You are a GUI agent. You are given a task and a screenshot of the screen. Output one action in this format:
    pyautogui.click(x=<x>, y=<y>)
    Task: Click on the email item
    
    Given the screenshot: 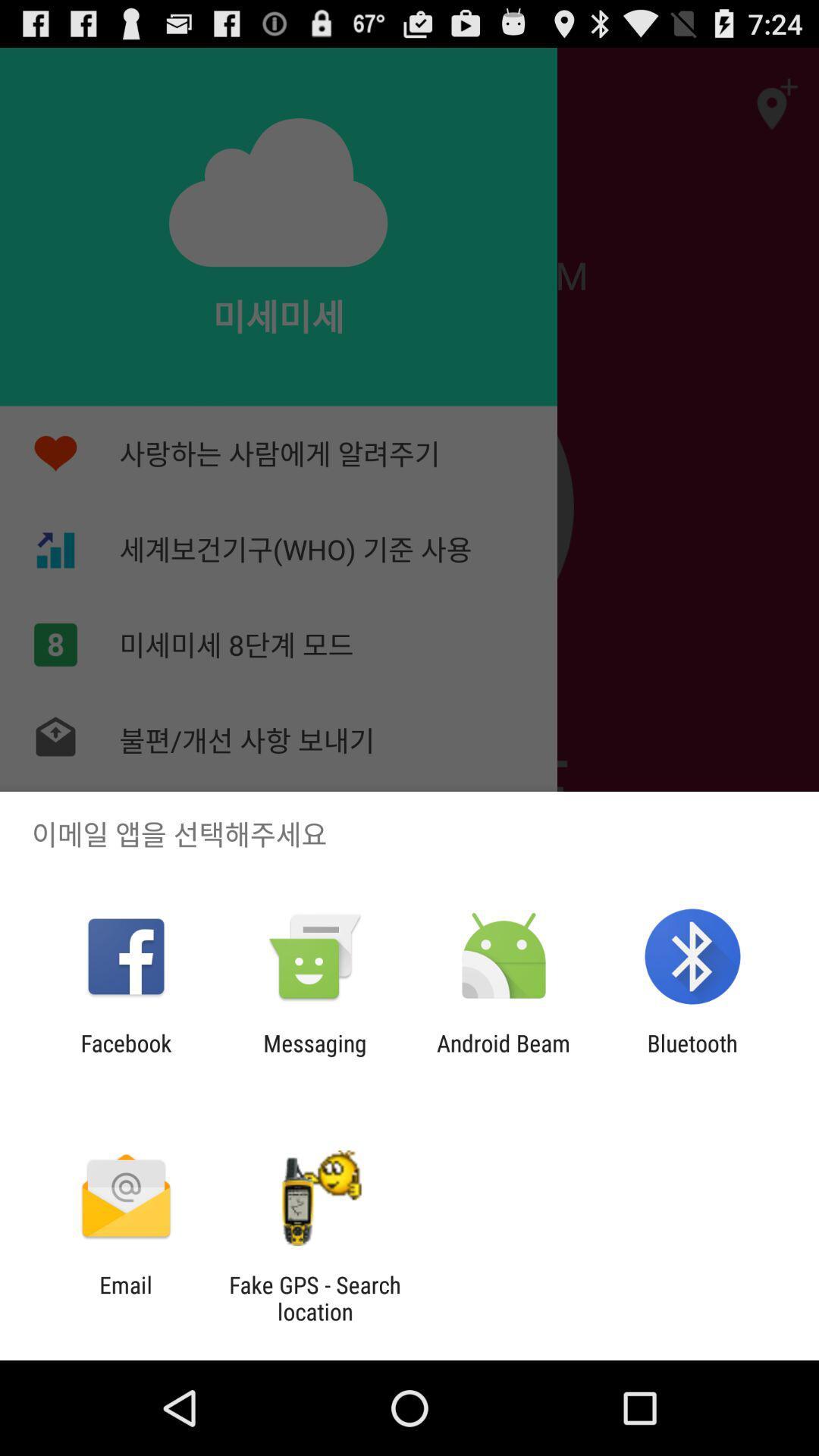 What is the action you would take?
    pyautogui.click(x=125, y=1298)
    